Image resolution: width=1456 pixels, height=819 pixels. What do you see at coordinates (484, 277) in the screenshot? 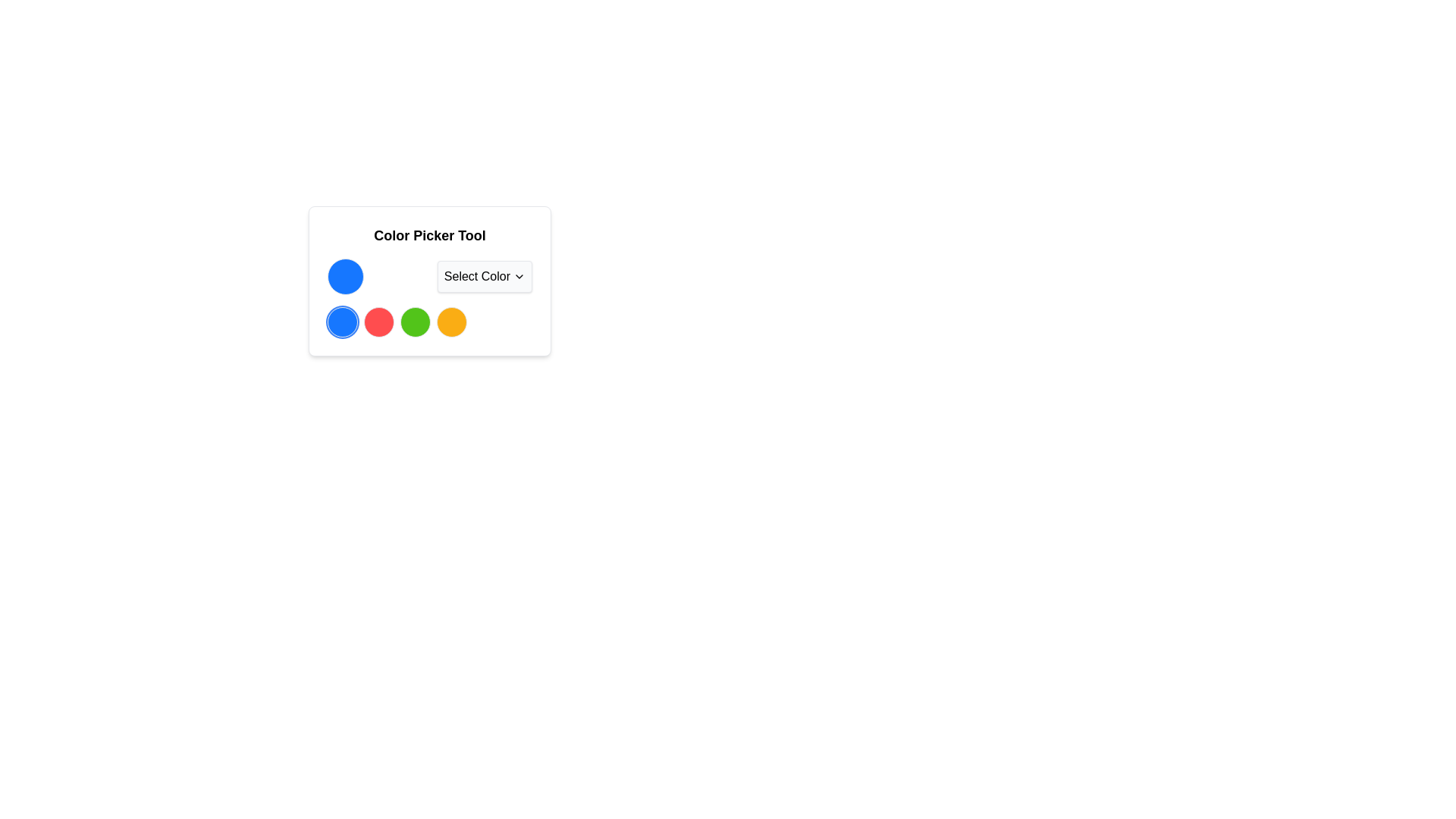
I see `the 'Select Color' dropdown button, which has a light gray background and a downward-pointing chevron icon` at bounding box center [484, 277].